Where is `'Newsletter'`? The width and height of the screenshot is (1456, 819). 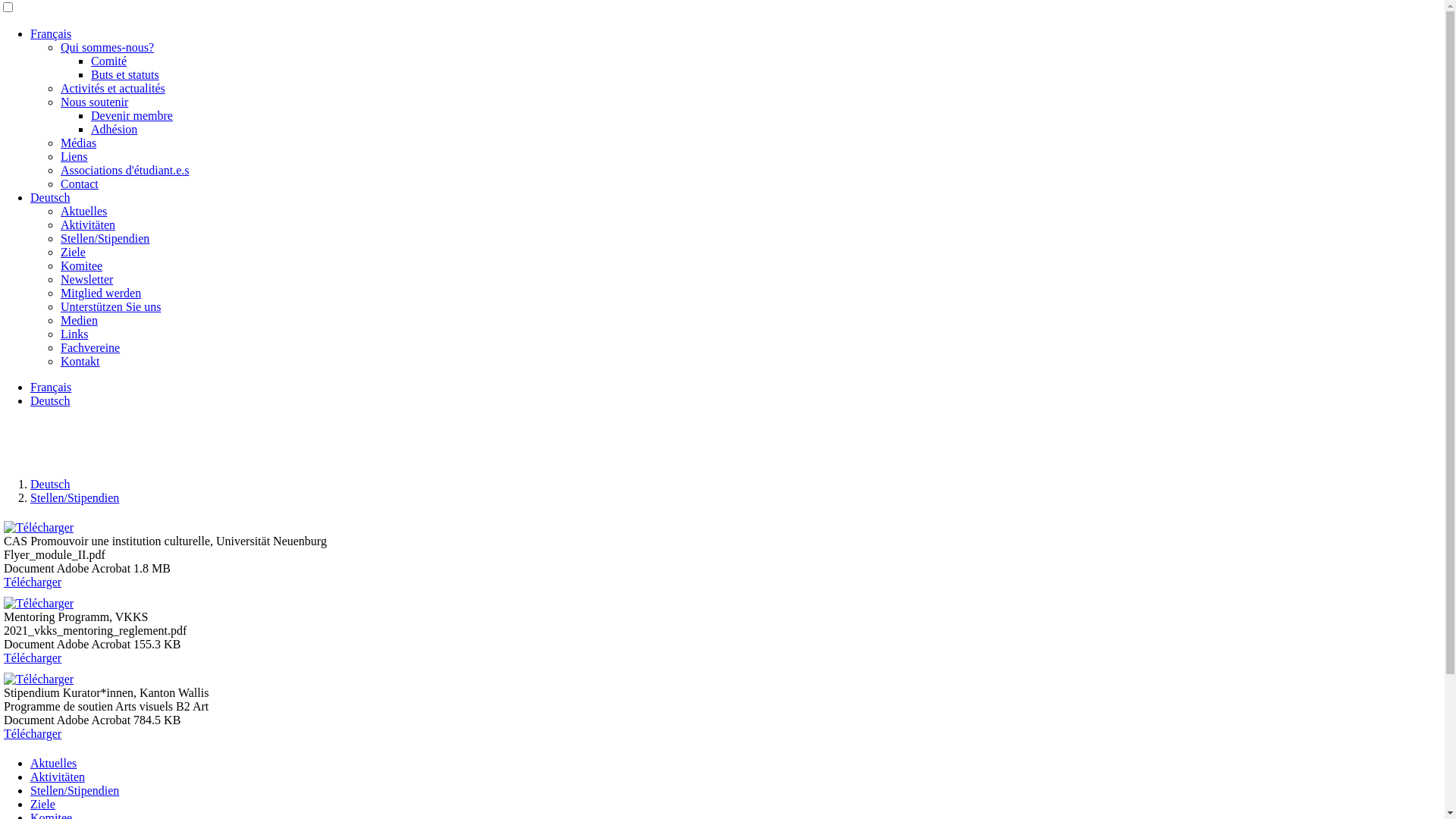
'Newsletter' is located at coordinates (86, 279).